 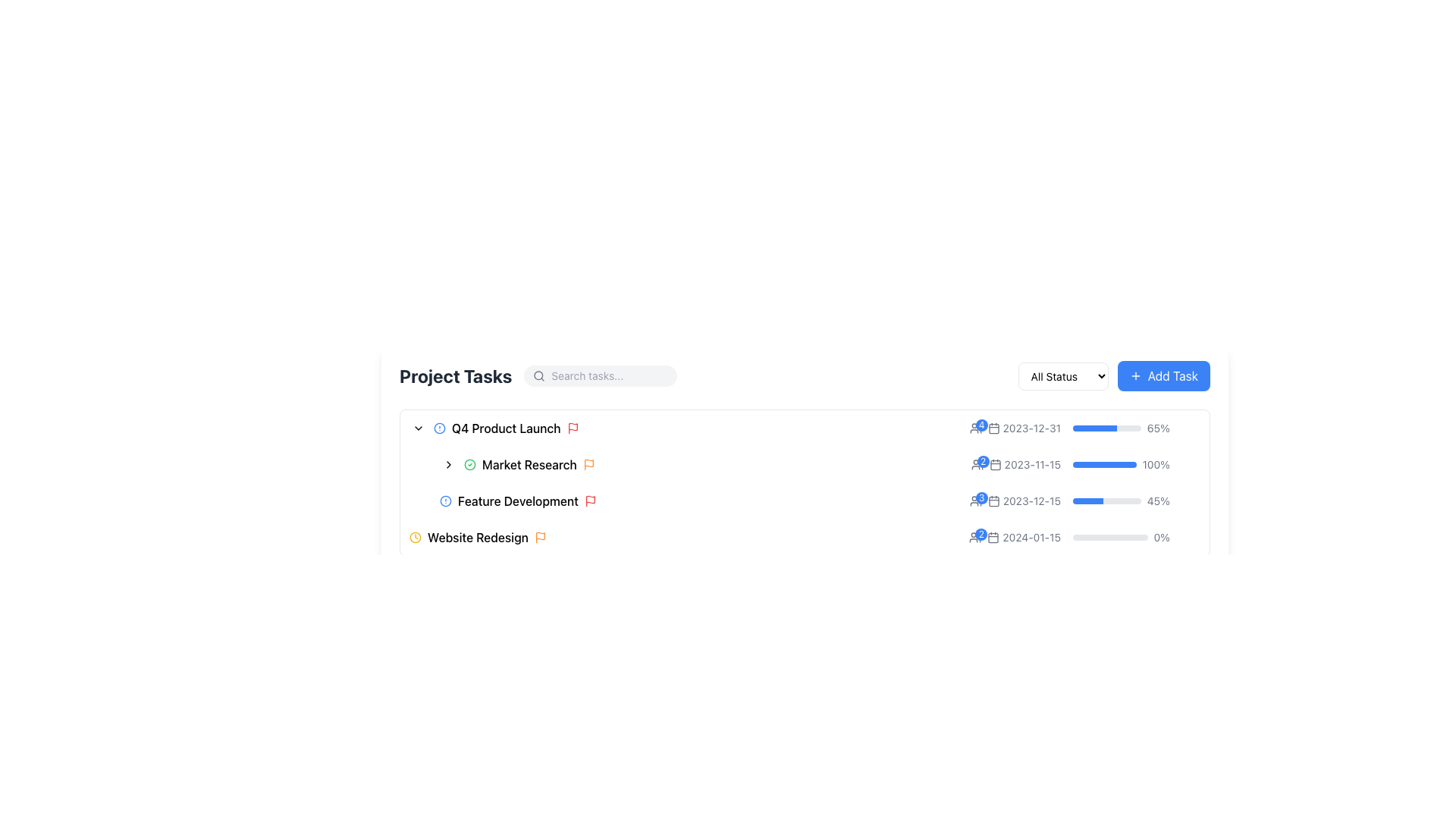 I want to click on the visual indicator within the calendar icon that signifies the due date, located on the third task in the task list, positioned to the right of the task name and left of the due date text, so click(x=993, y=428).